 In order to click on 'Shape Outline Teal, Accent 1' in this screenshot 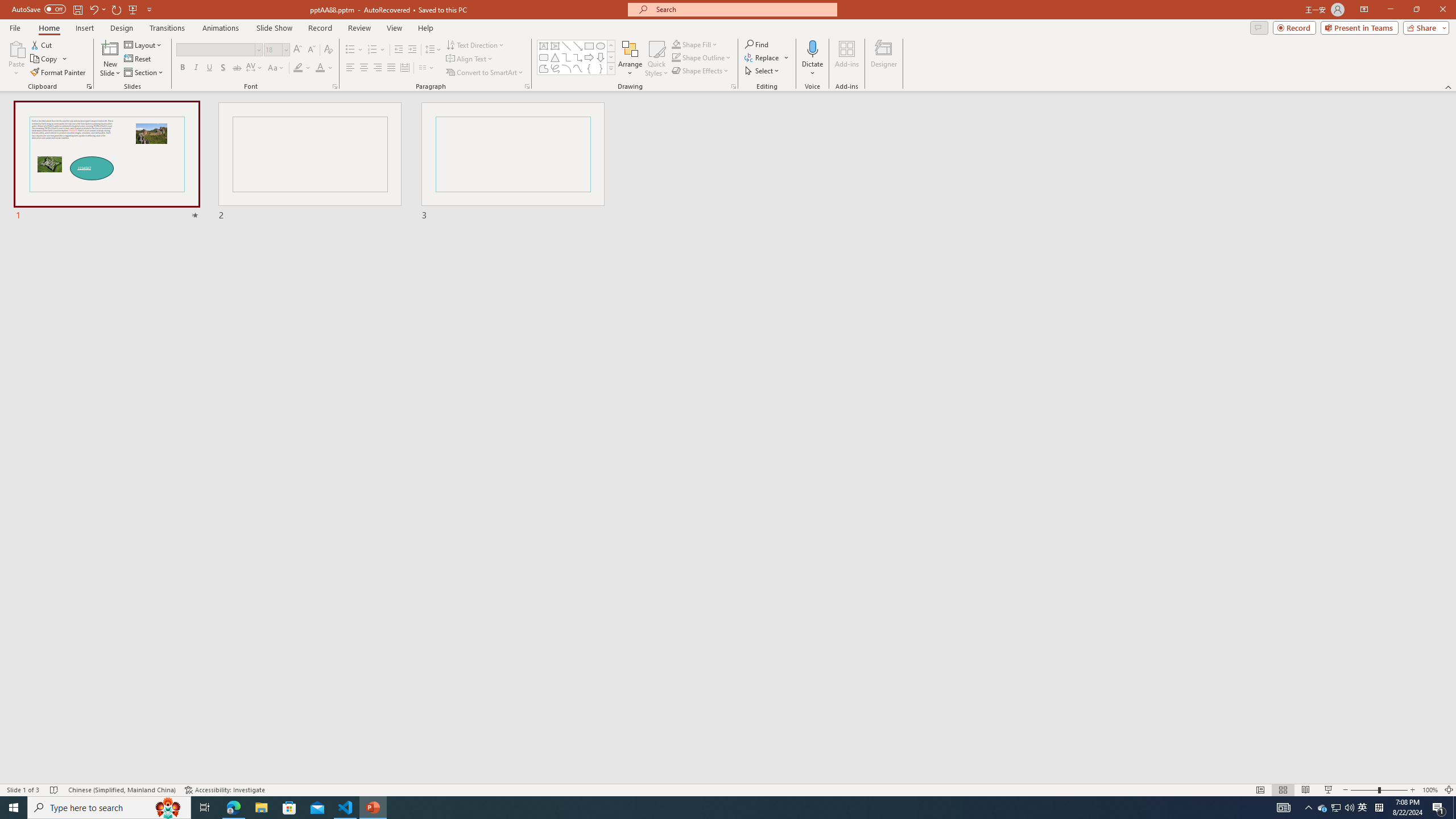, I will do `click(676, 56)`.